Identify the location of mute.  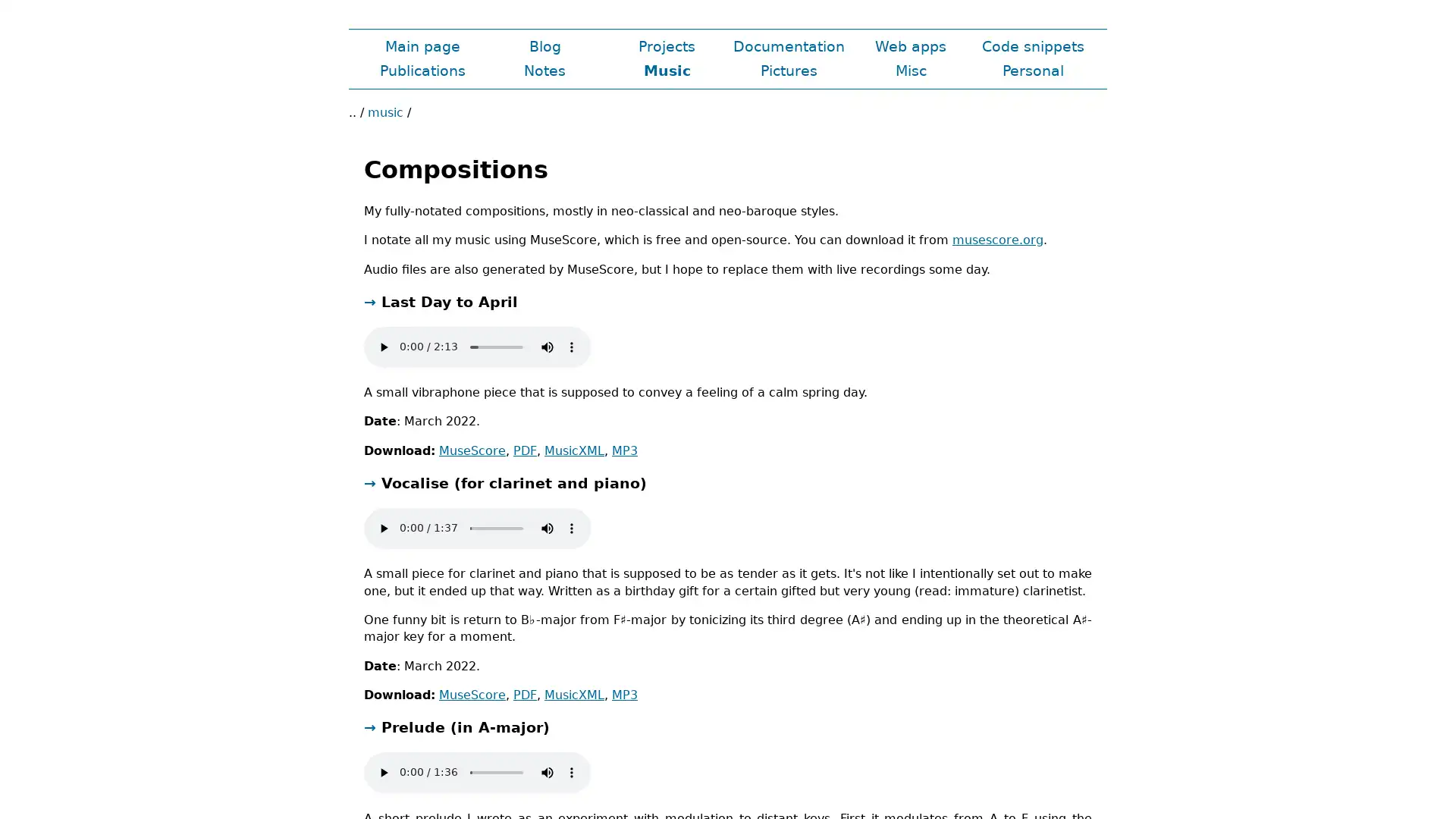
(546, 772).